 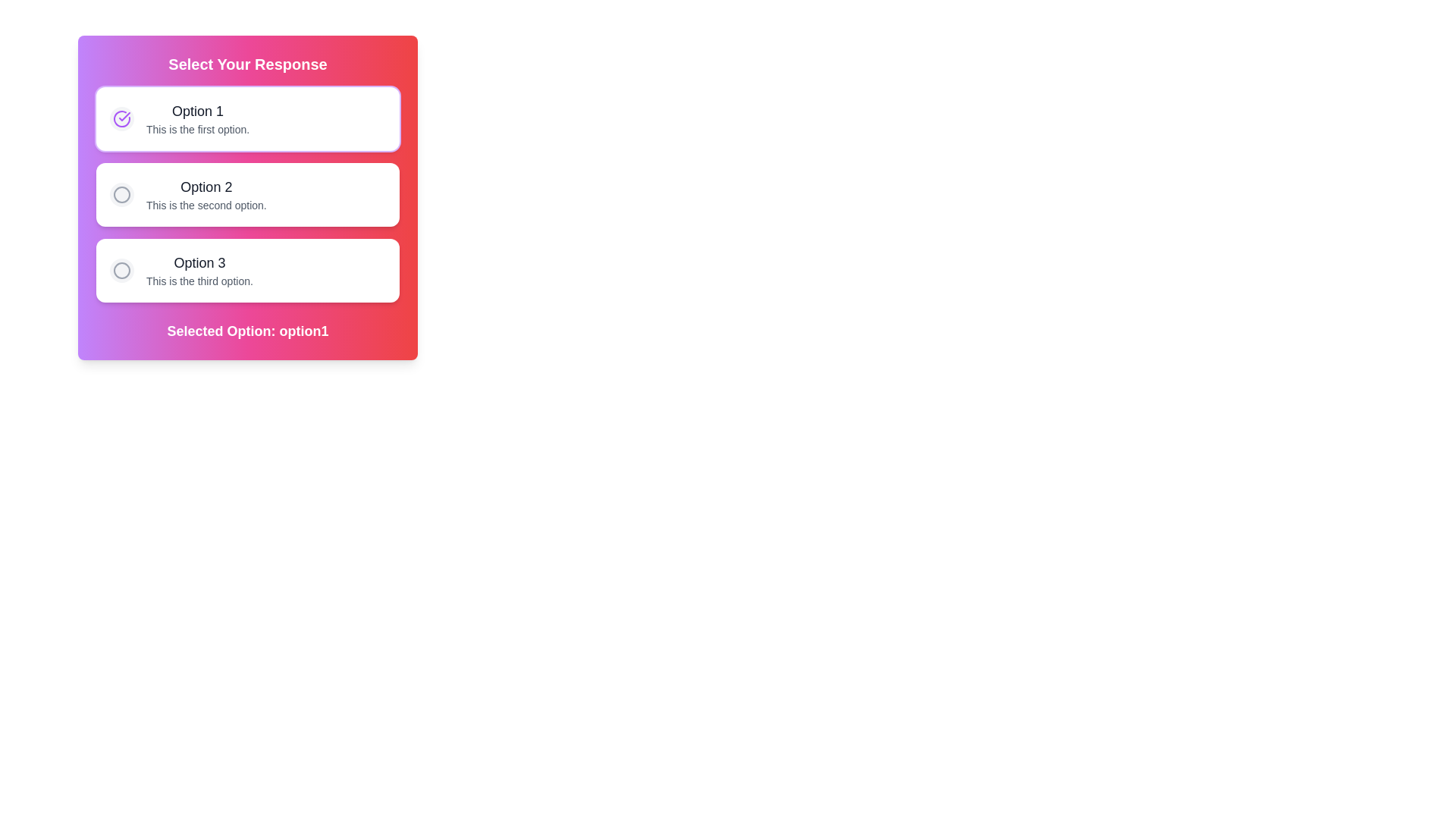 I want to click on the first selectable option in the vertical panel of options, so click(x=197, y=118).